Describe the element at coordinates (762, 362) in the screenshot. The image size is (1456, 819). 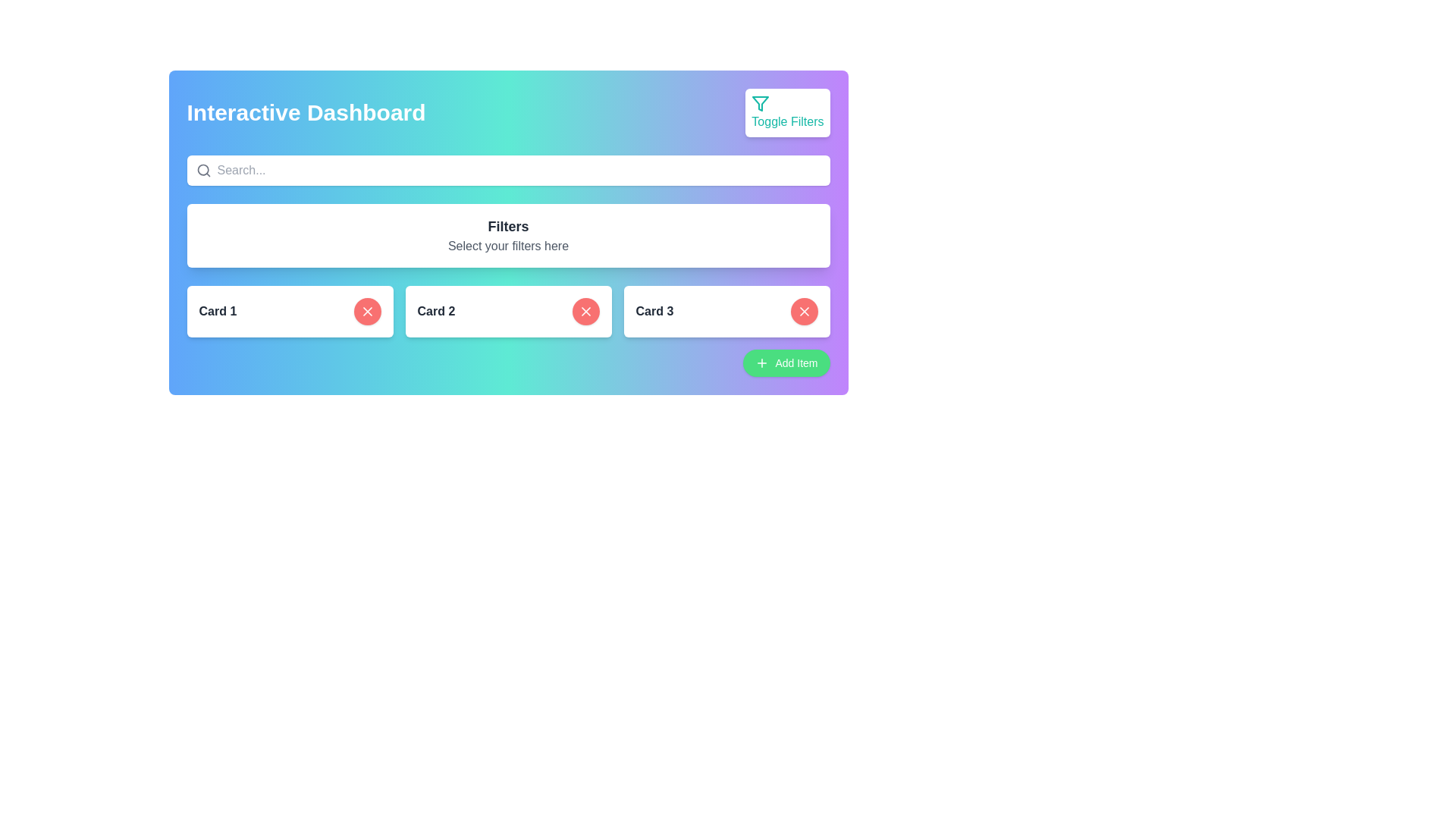
I see `the white plus icon on a green circular background next to the 'Add Item' text` at that location.